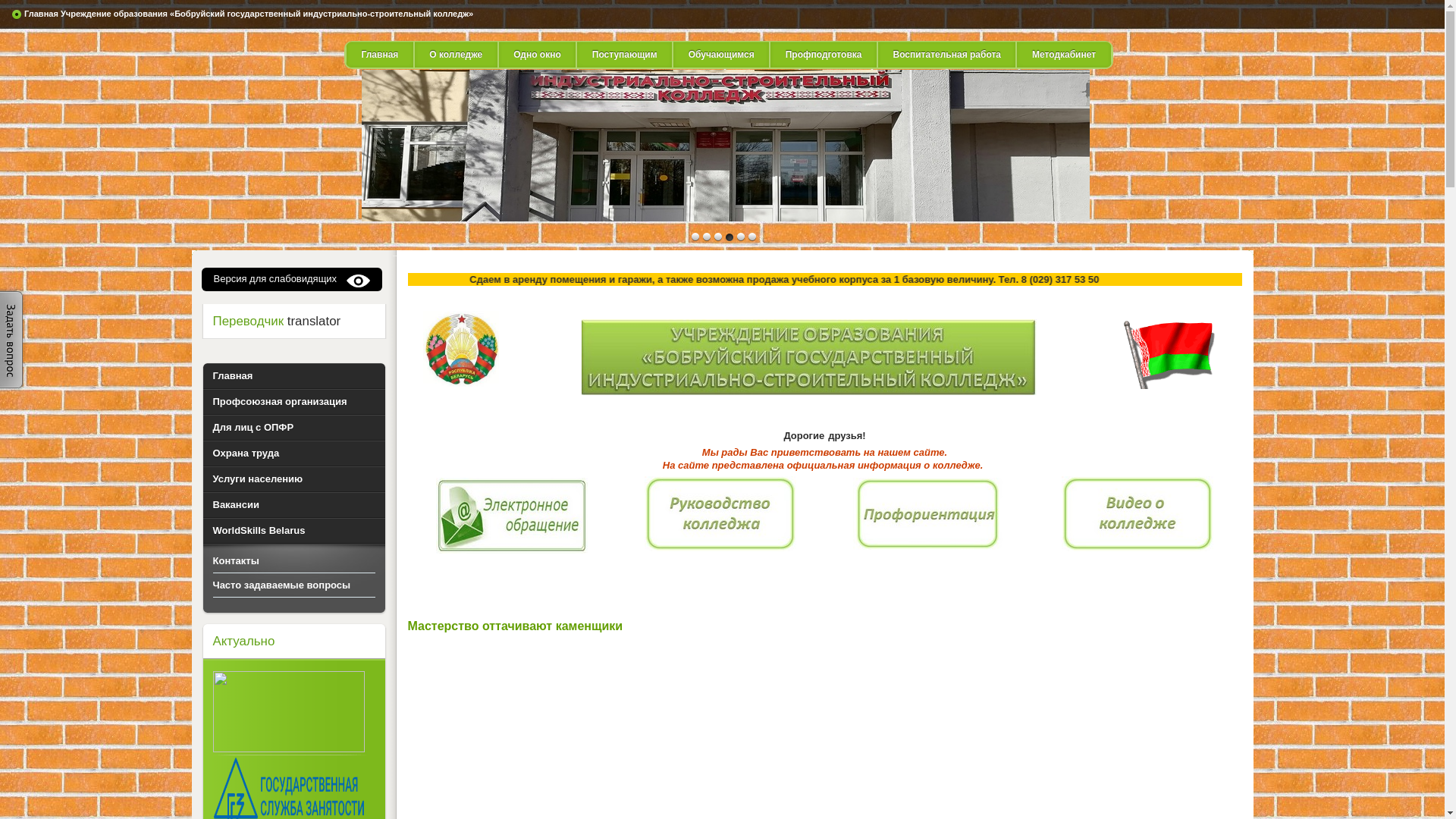 The height and width of the screenshot is (819, 1456). I want to click on '4', so click(741, 237).